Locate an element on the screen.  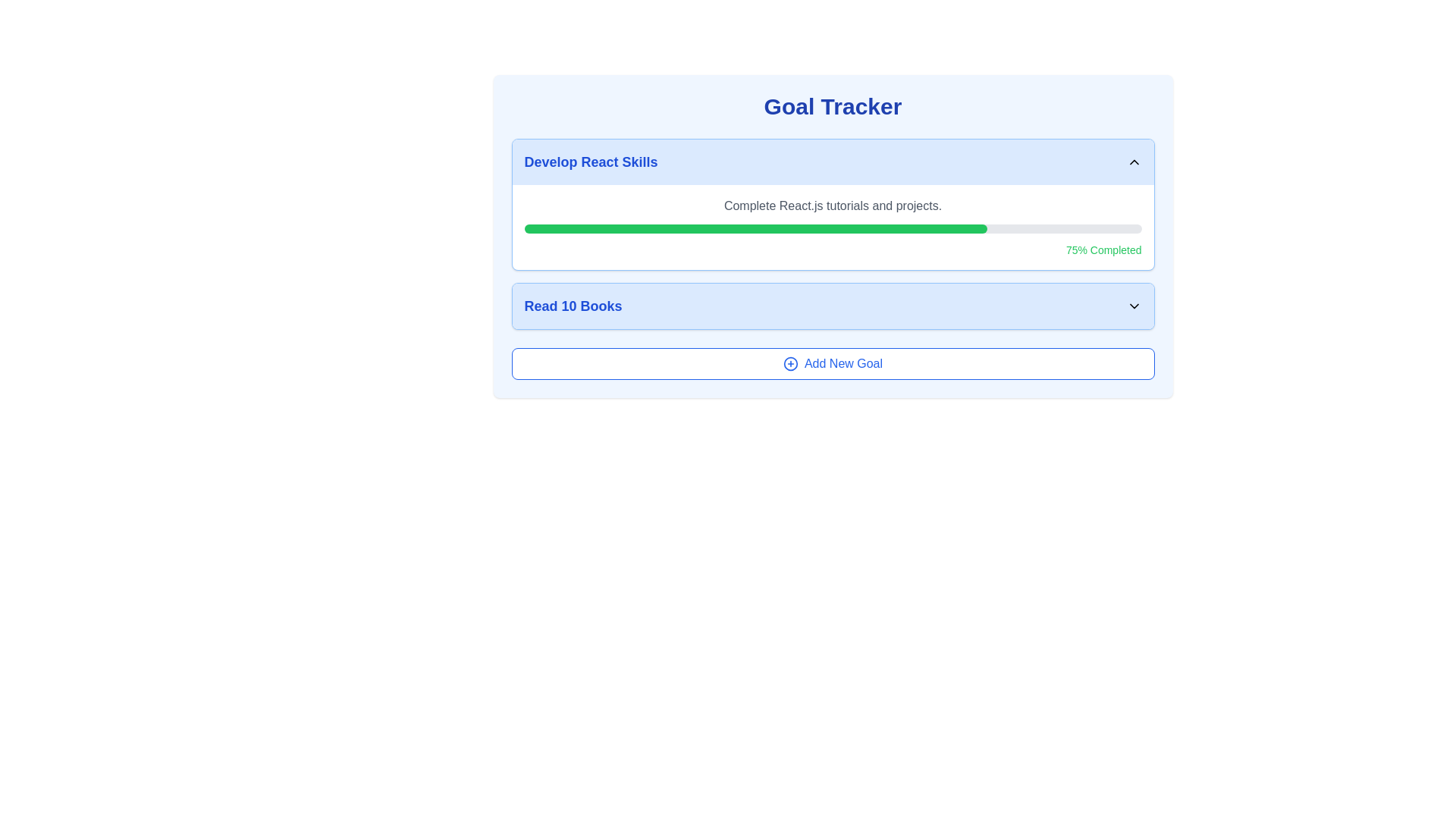
the circular icon with a blue border and a centered plus symbol, which is located to the left of the text 'Add New Goal' in the button at the bottom section of the interface is located at coordinates (789, 363).